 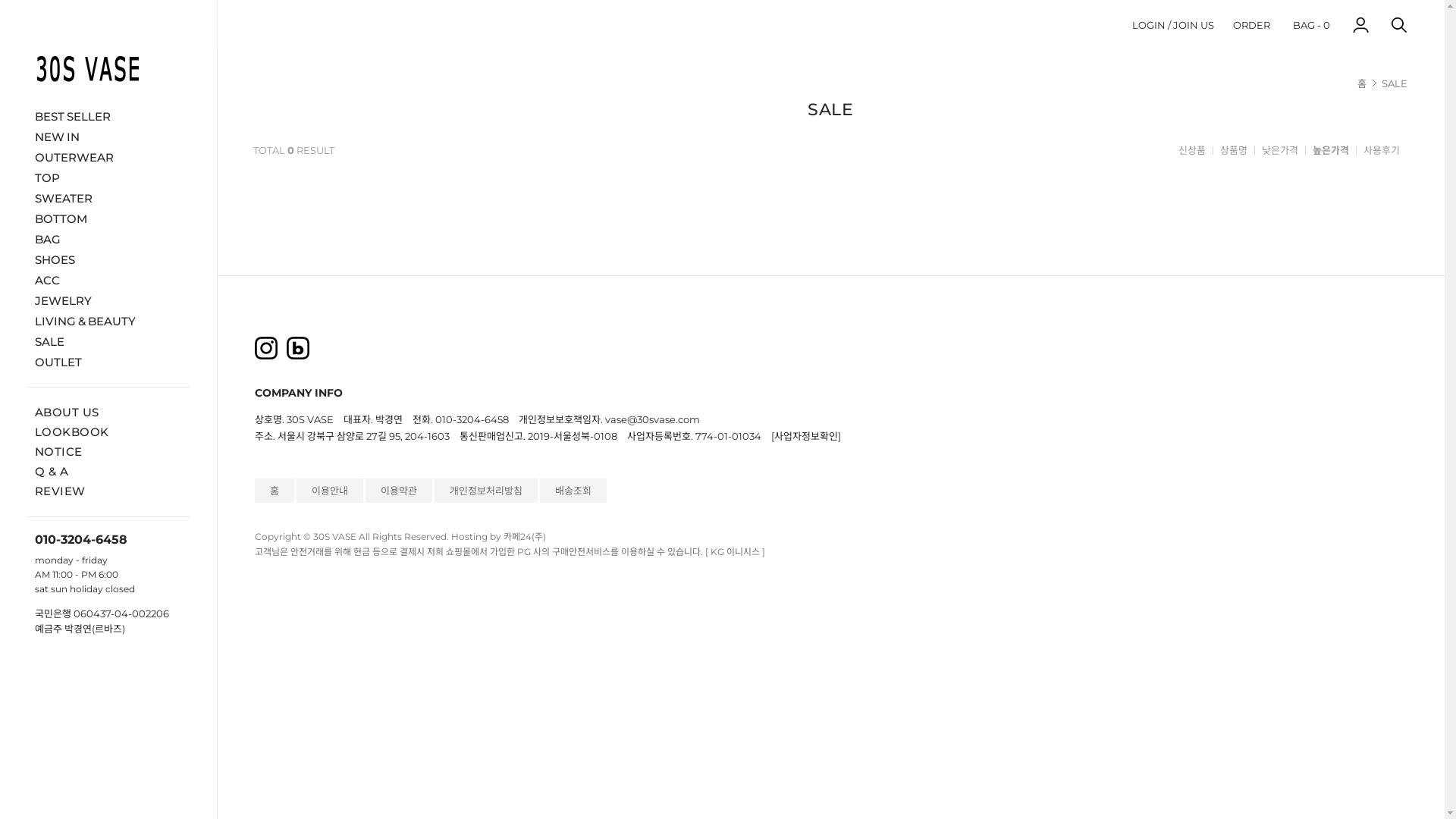 What do you see at coordinates (1394, 83) in the screenshot?
I see `'SALE'` at bounding box center [1394, 83].